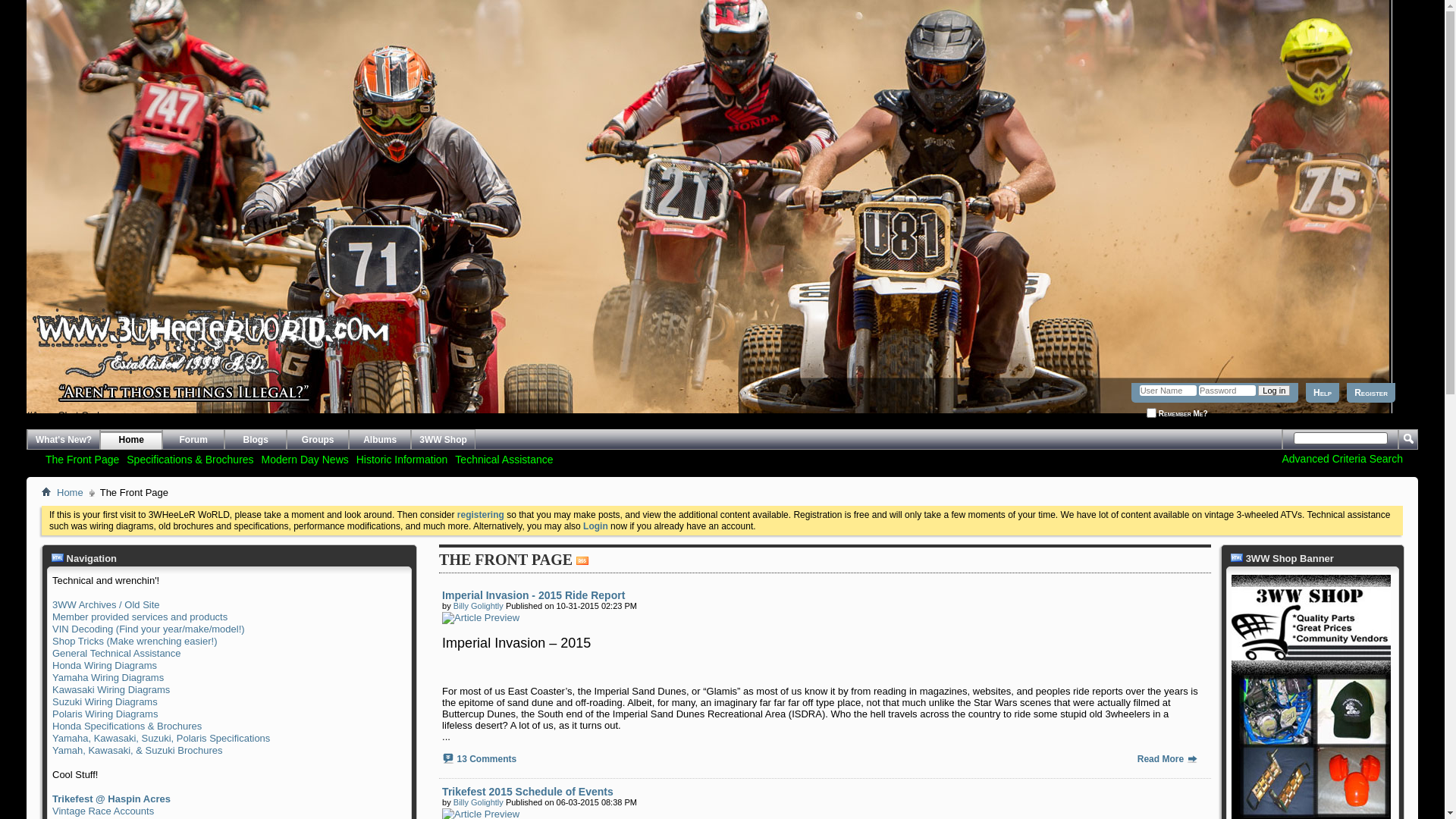 The height and width of the screenshot is (819, 1456). What do you see at coordinates (1371, 391) in the screenshot?
I see `'Register'` at bounding box center [1371, 391].